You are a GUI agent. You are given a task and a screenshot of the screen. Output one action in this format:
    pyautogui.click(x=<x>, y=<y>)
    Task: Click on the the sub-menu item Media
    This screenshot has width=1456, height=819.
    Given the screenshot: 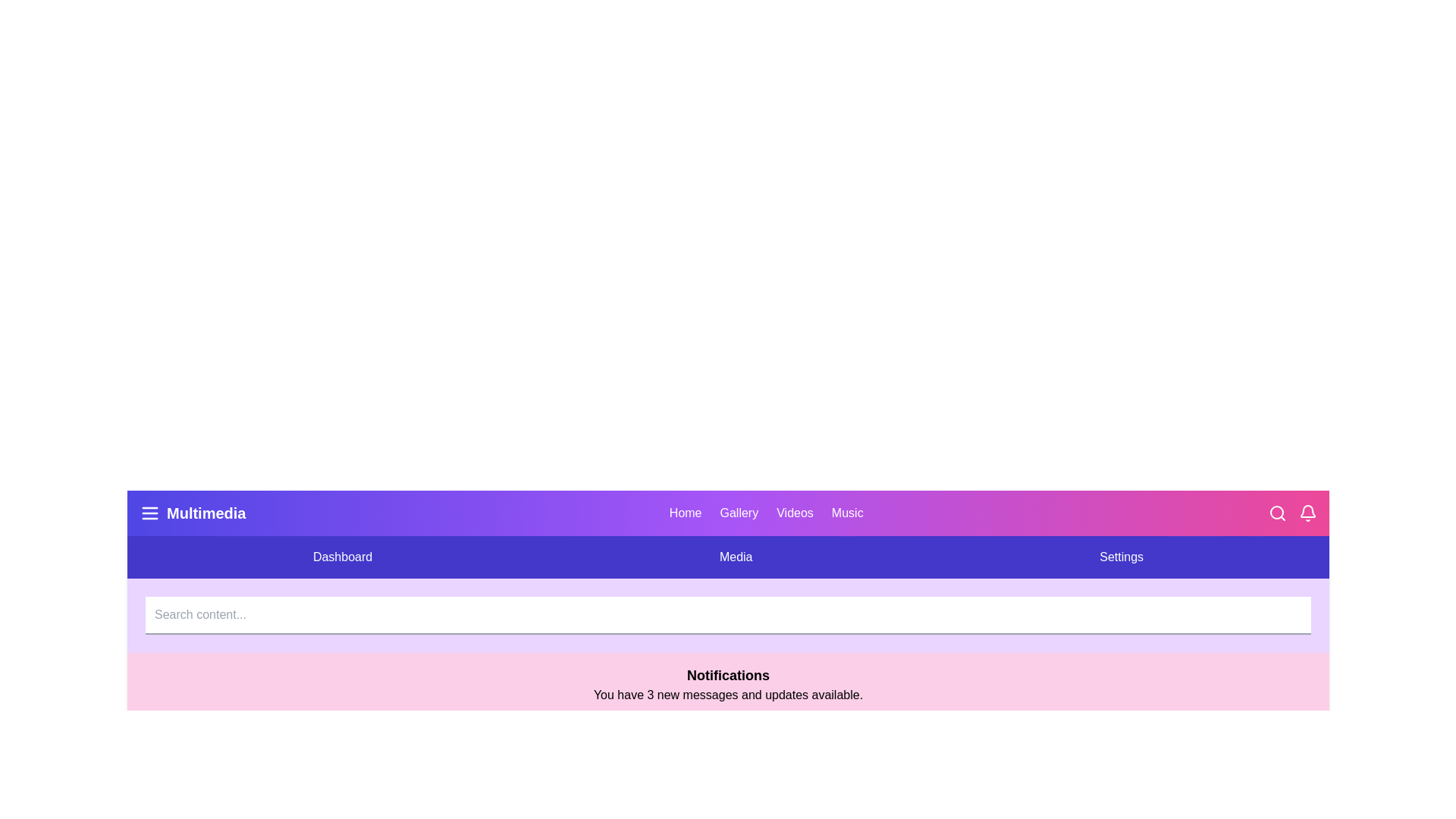 What is the action you would take?
    pyautogui.click(x=736, y=557)
    